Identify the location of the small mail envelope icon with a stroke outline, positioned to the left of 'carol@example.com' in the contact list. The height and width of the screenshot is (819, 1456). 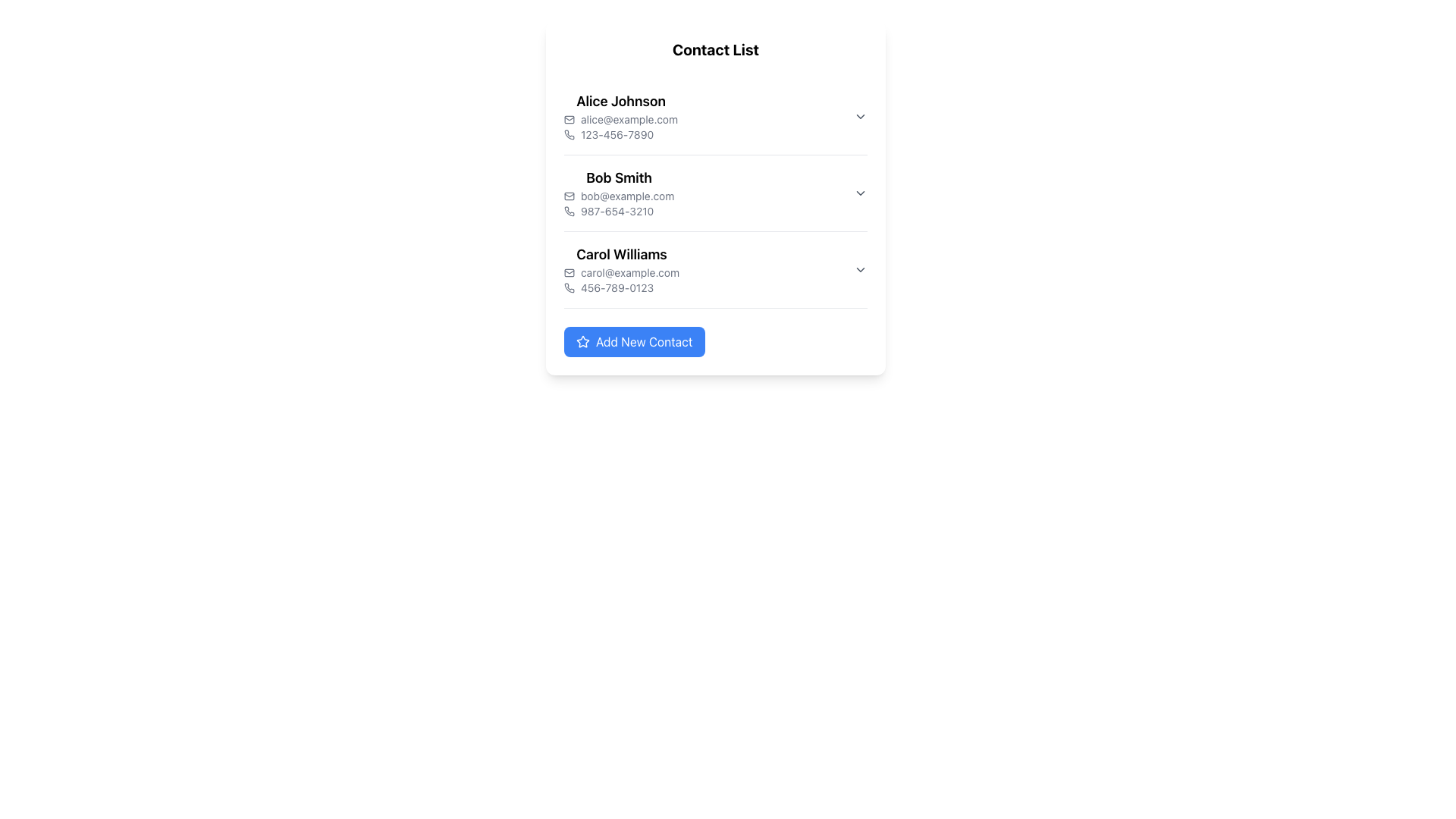
(568, 271).